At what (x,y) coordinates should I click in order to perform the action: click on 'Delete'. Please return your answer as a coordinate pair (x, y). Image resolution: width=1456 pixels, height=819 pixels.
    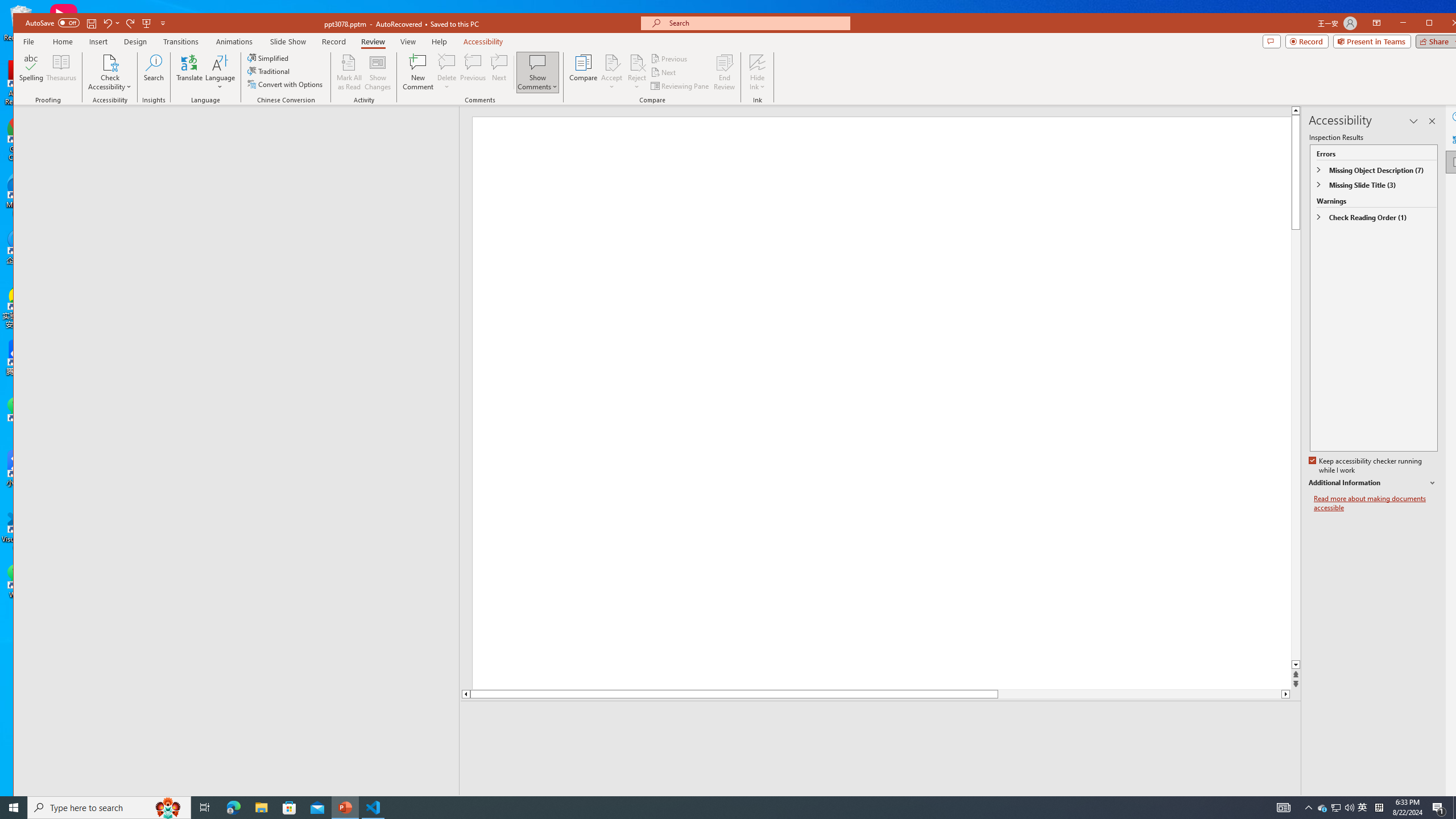
    Looking at the image, I should click on (446, 72).